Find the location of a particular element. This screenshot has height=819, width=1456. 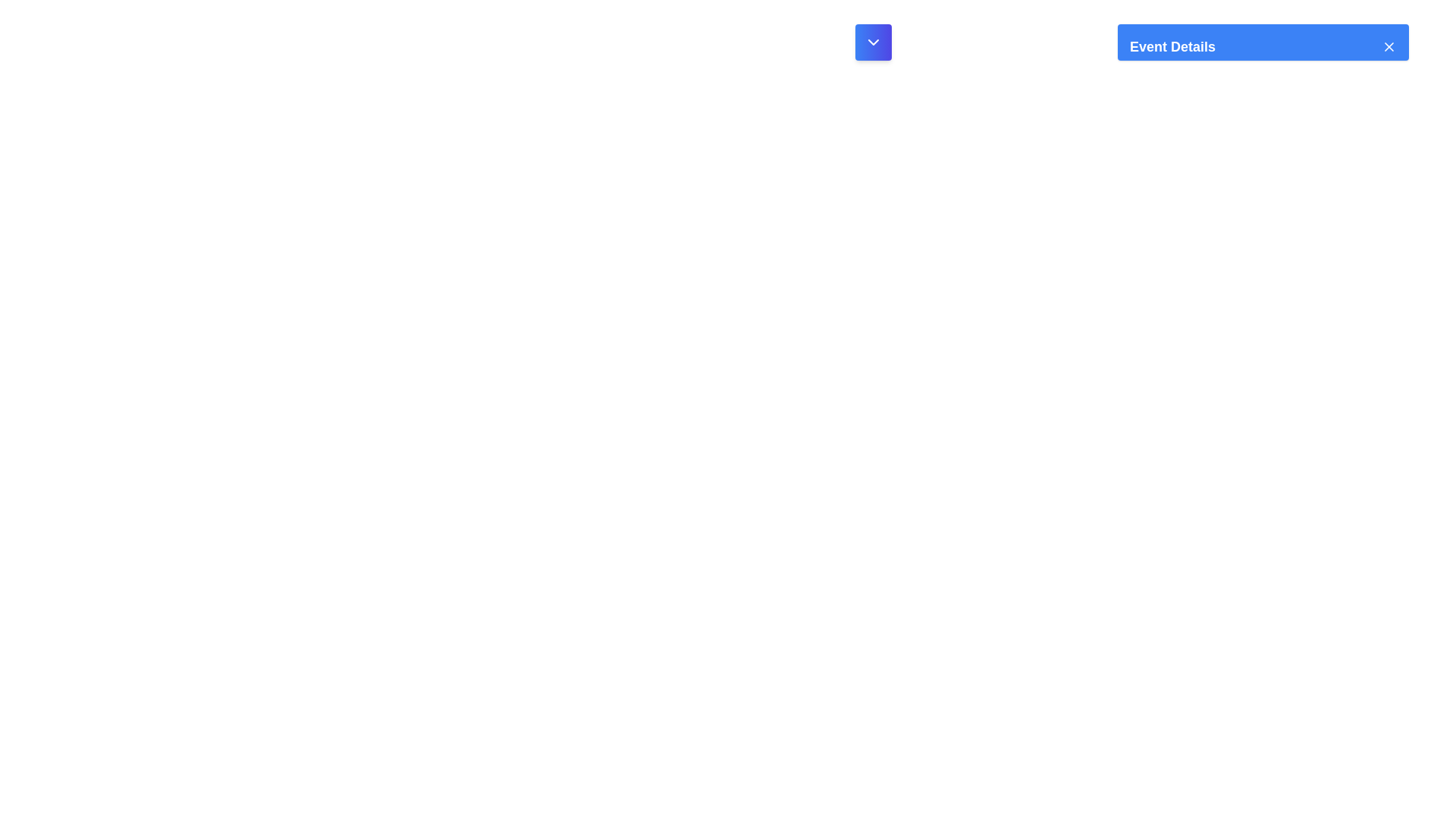

the downward-pointing chevron icon with a white stroke on a gradient blue background, located at the center of the button to the left of the 'Event Details' label is located at coordinates (874, 42).